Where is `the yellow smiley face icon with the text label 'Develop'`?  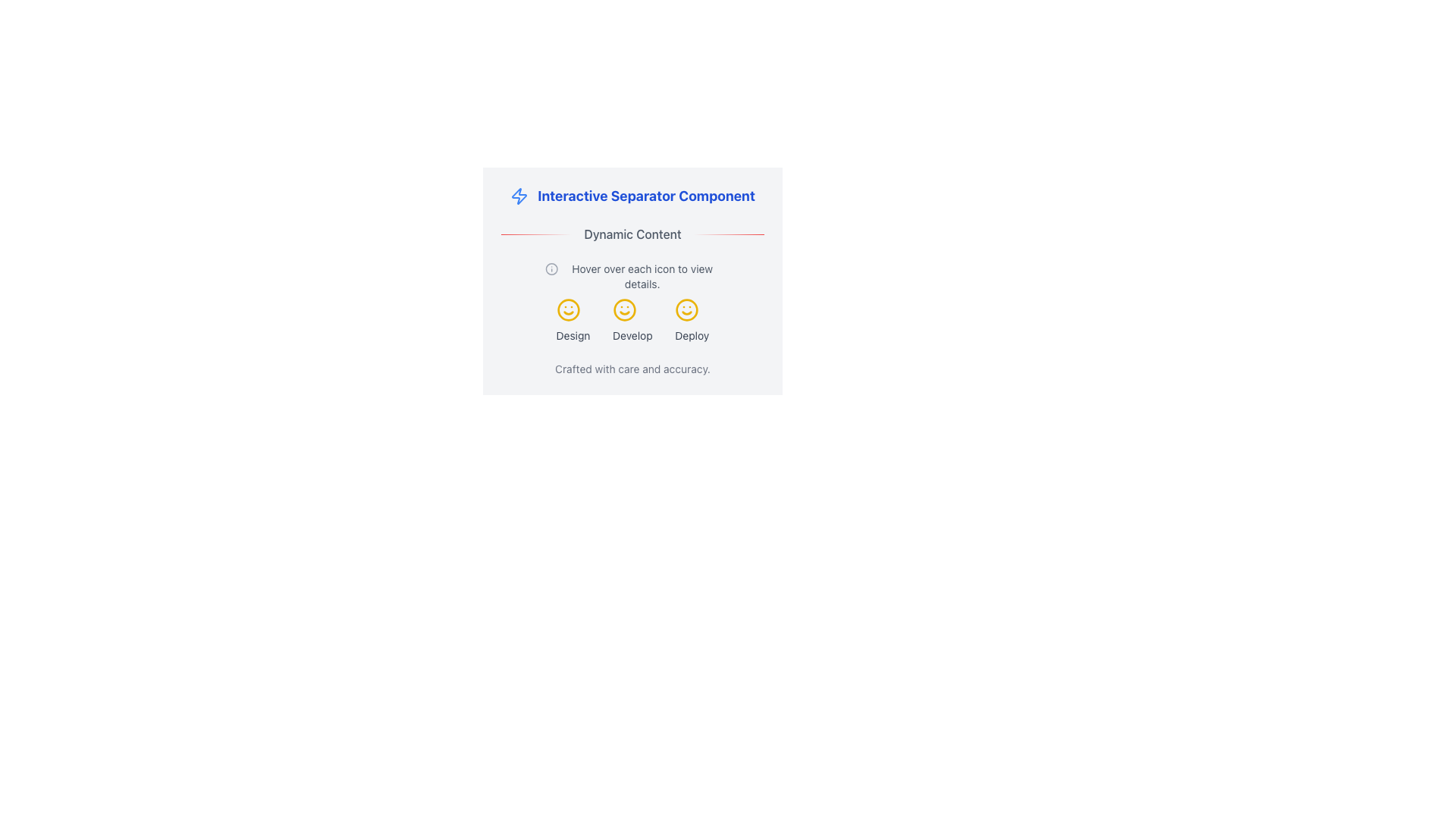 the yellow smiley face icon with the text label 'Develop' is located at coordinates (632, 320).